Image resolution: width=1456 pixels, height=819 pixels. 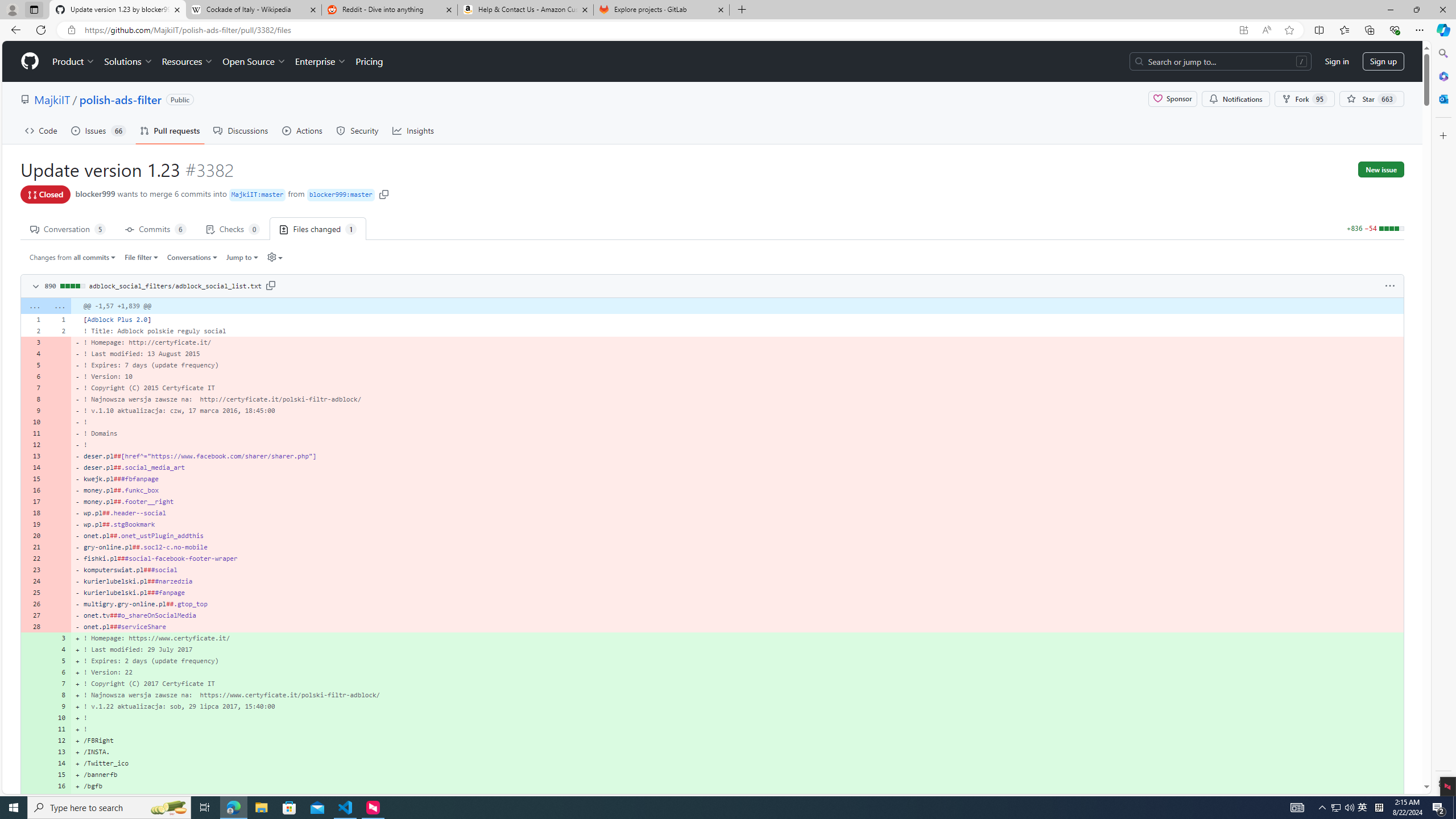 What do you see at coordinates (1371, 98) in the screenshot?
I see `' Star 663'` at bounding box center [1371, 98].